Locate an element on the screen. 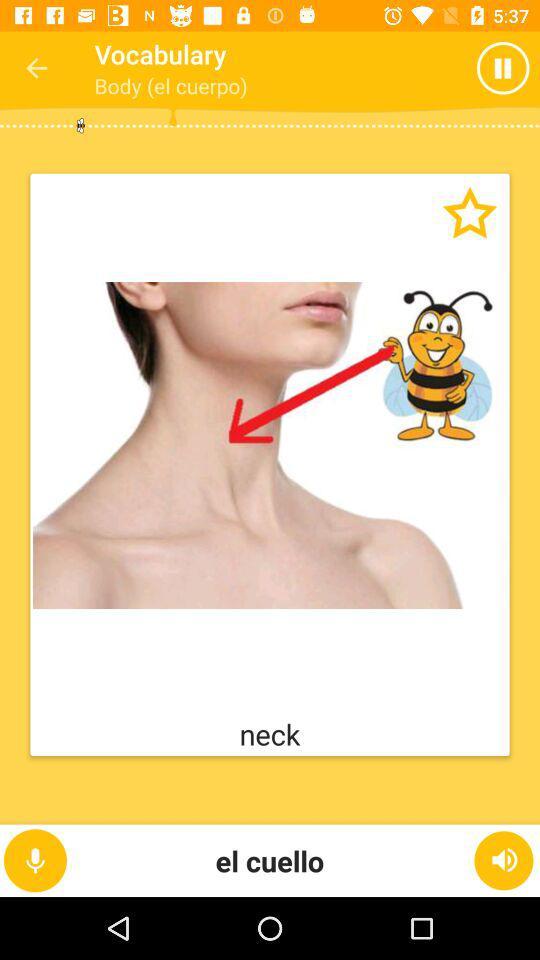 This screenshot has width=540, height=960. the volume icon is located at coordinates (503, 859).